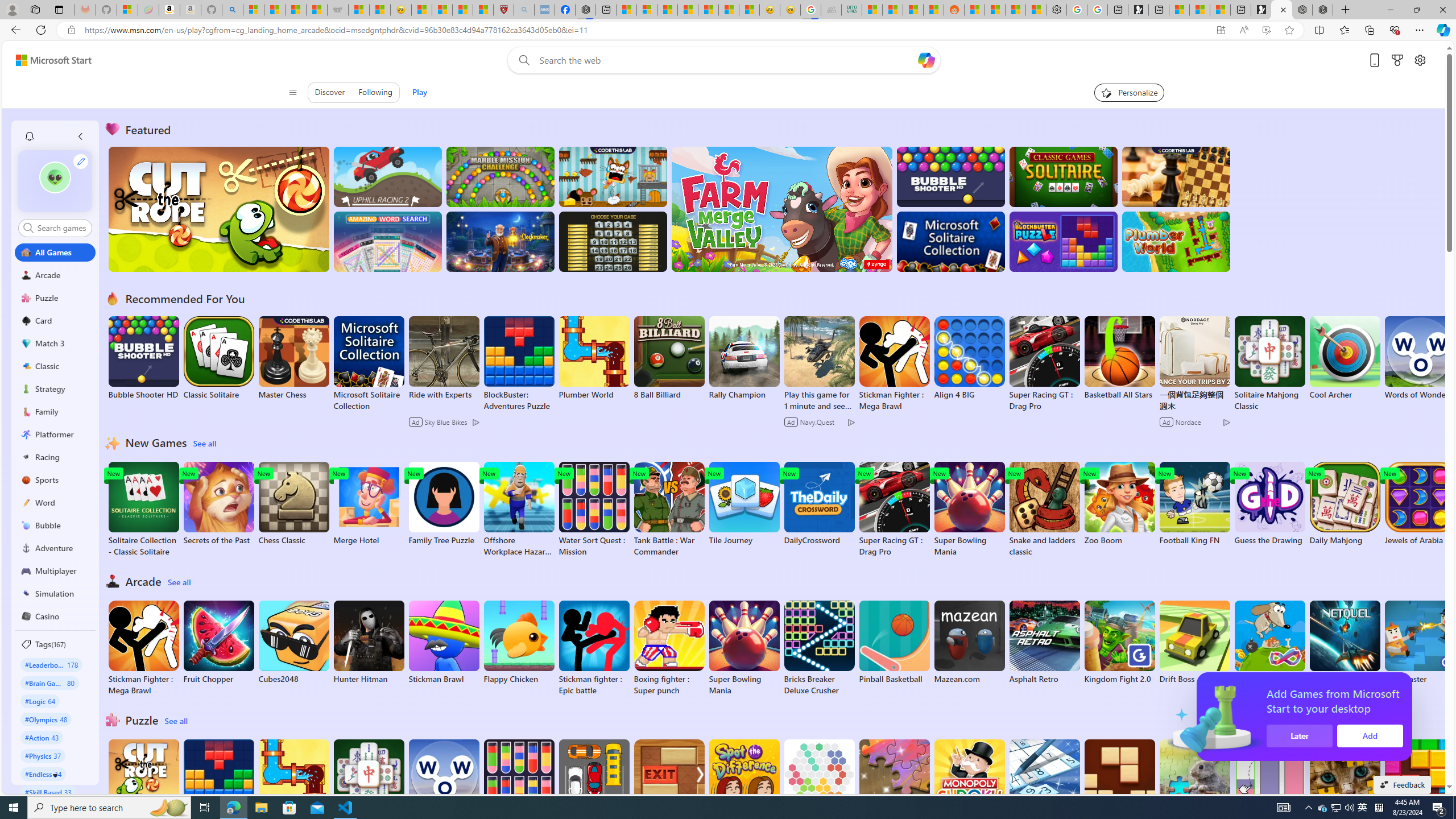  What do you see at coordinates (500, 241) in the screenshot?
I see `'Clockmaker'` at bounding box center [500, 241].